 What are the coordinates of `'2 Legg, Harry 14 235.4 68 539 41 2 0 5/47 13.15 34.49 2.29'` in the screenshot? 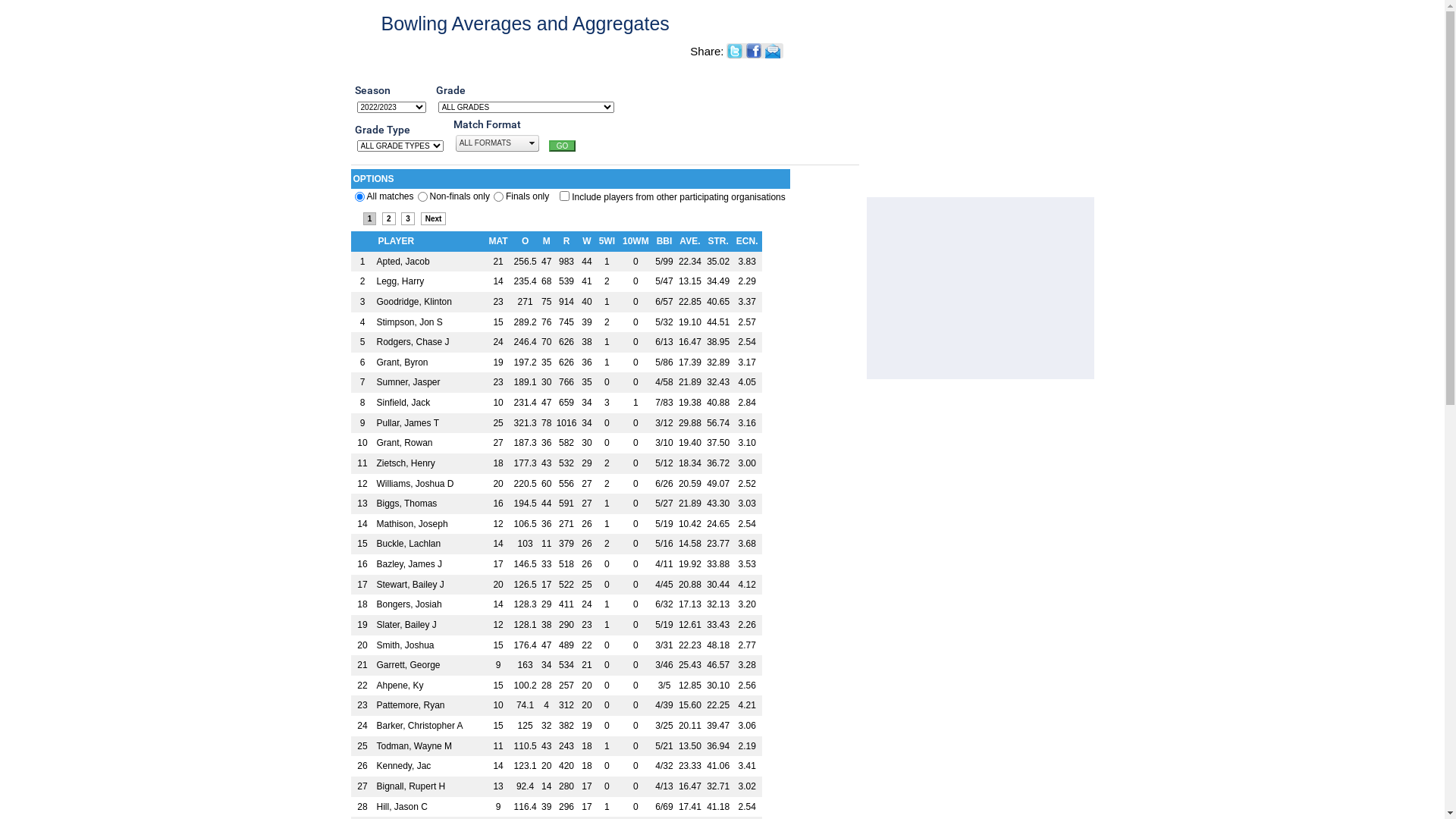 It's located at (555, 281).